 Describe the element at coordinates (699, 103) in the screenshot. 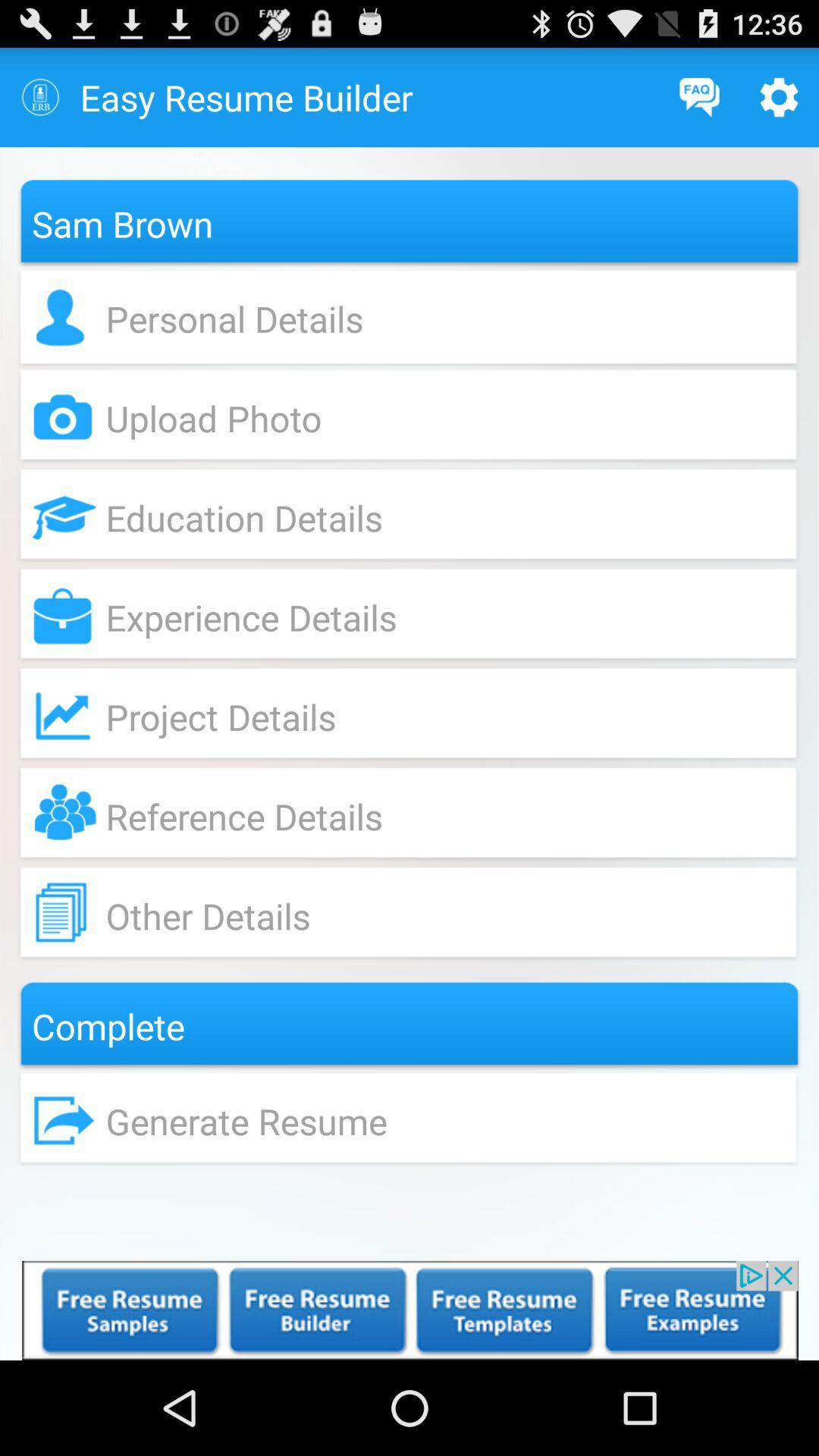

I see `the chat icon` at that location.